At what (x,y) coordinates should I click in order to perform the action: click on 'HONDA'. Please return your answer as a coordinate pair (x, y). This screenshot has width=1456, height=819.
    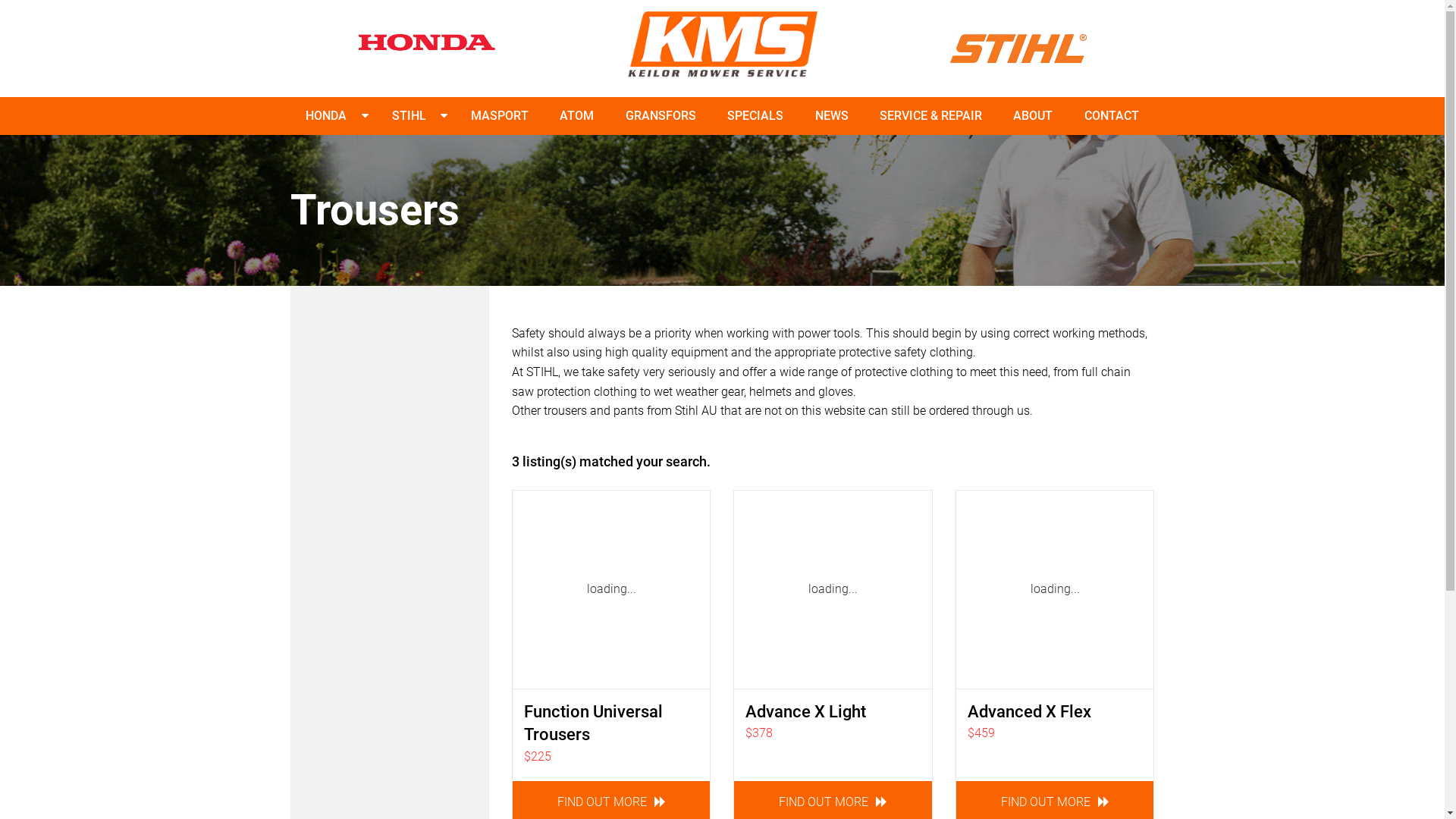
    Looking at the image, I should click on (325, 115).